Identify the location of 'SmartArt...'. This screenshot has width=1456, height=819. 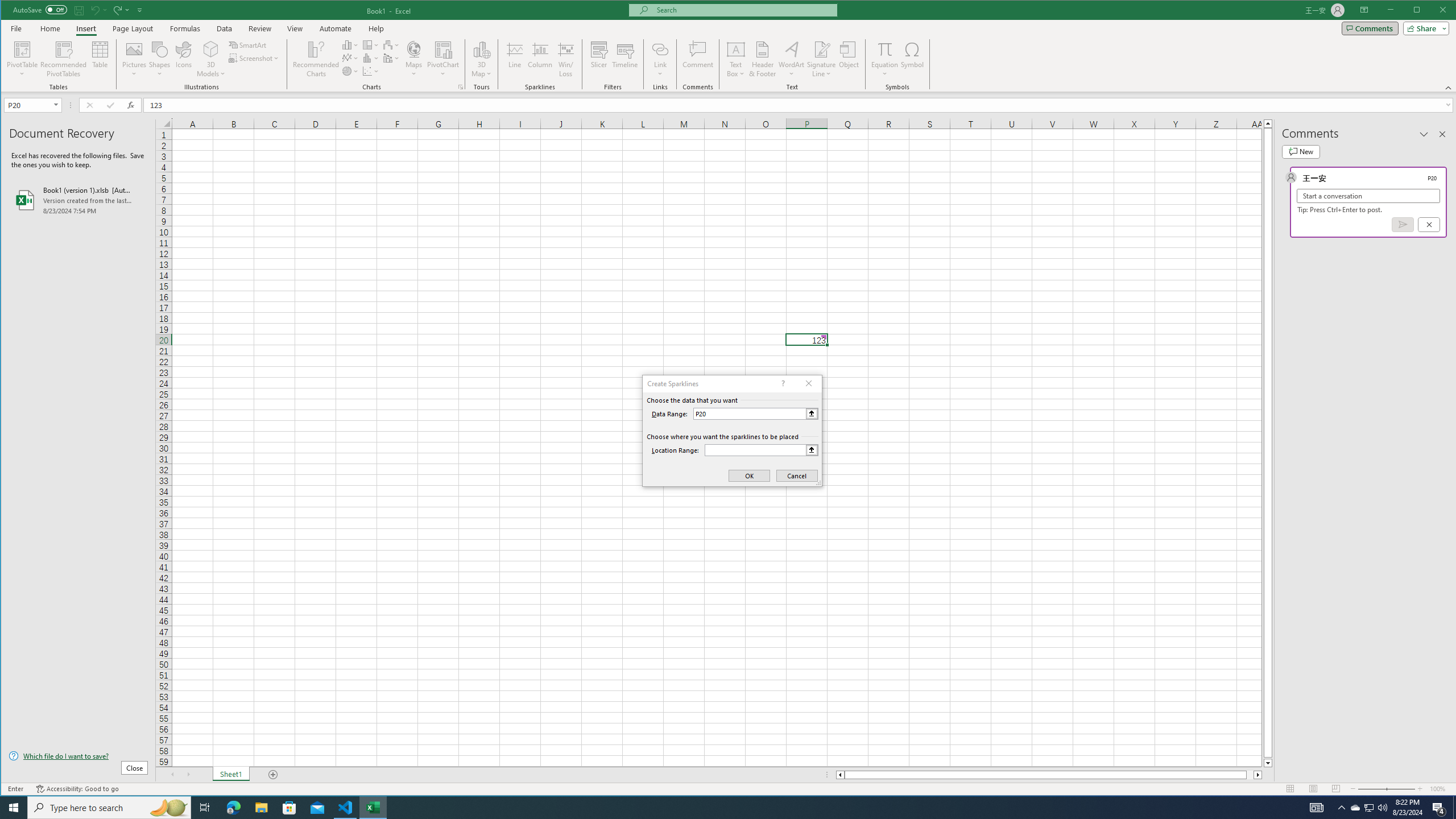
(248, 44).